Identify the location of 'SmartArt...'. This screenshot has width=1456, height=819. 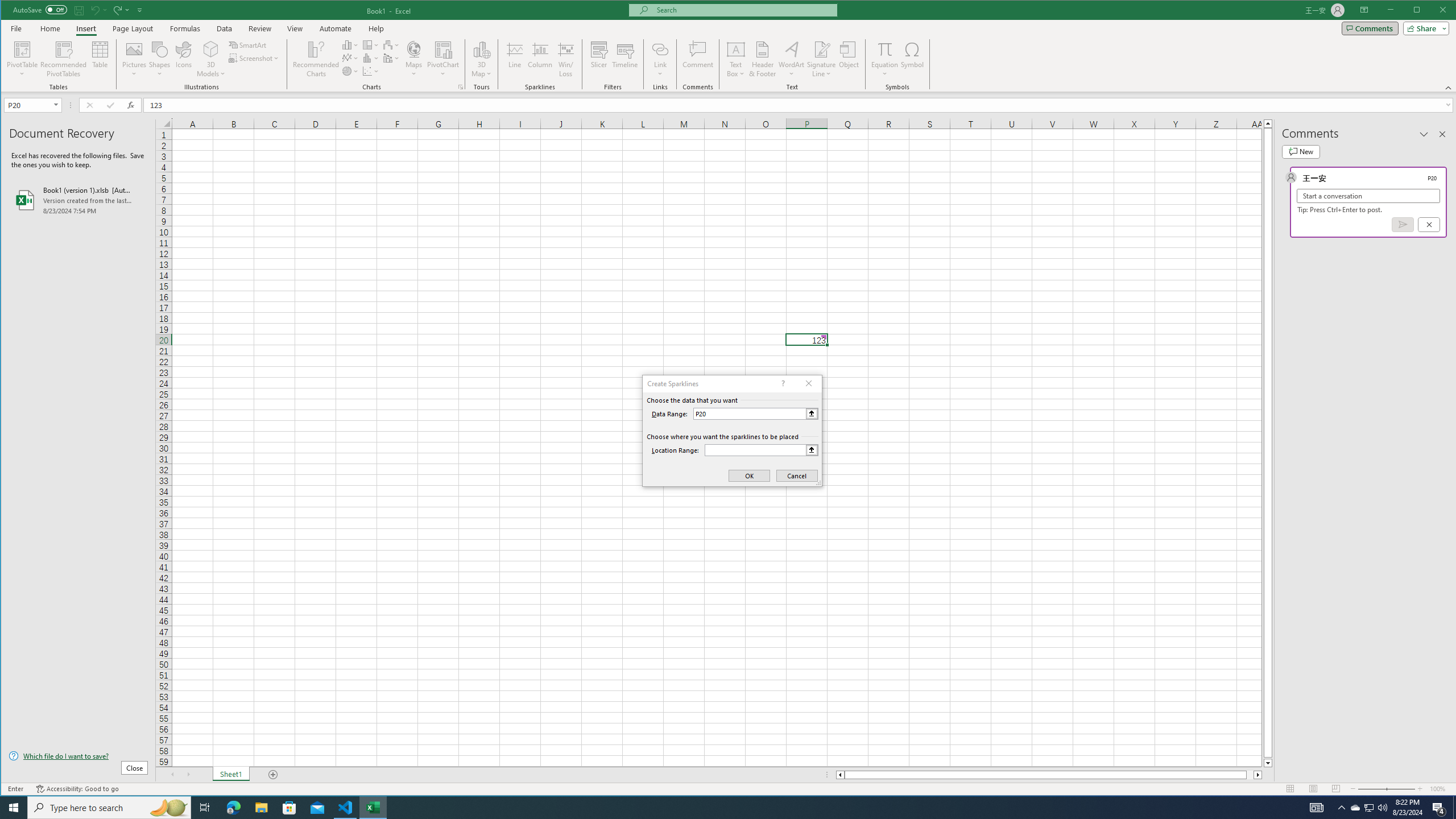
(248, 44).